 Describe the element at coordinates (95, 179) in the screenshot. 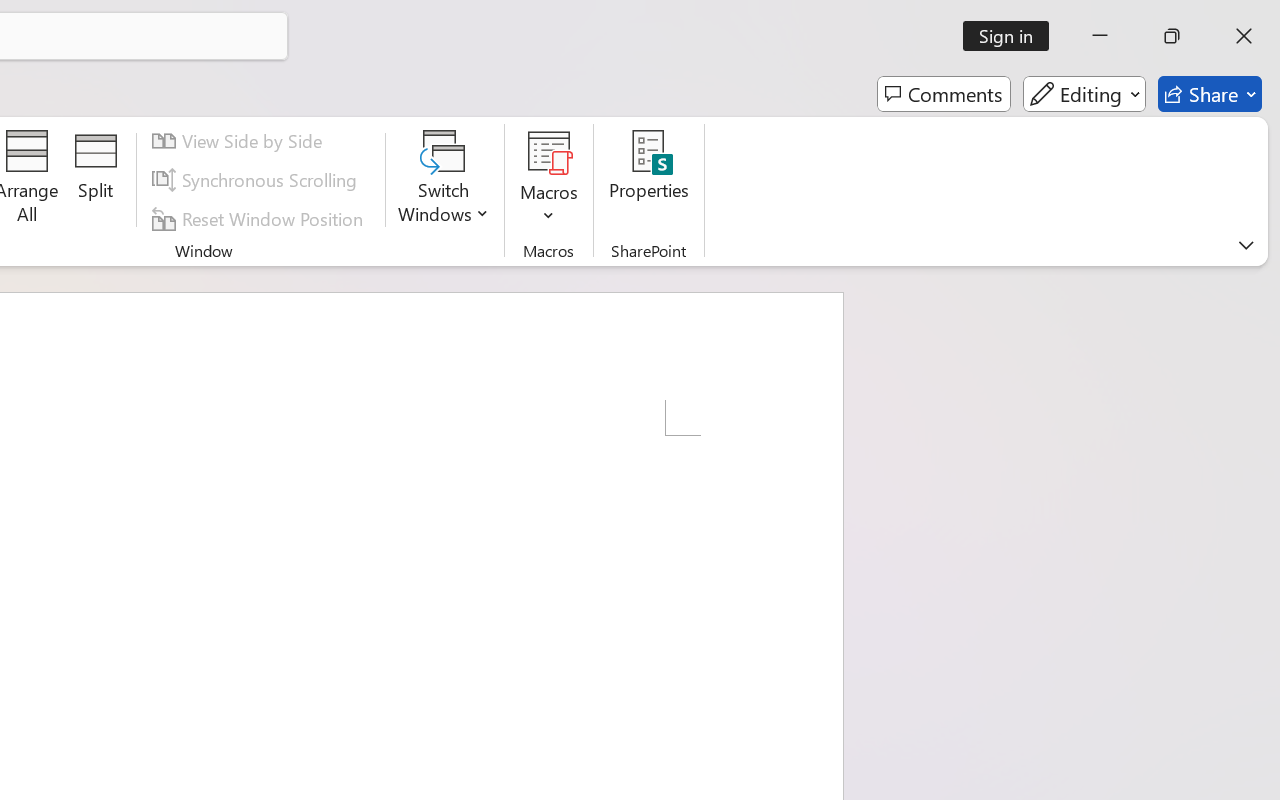

I see `'Split'` at that location.